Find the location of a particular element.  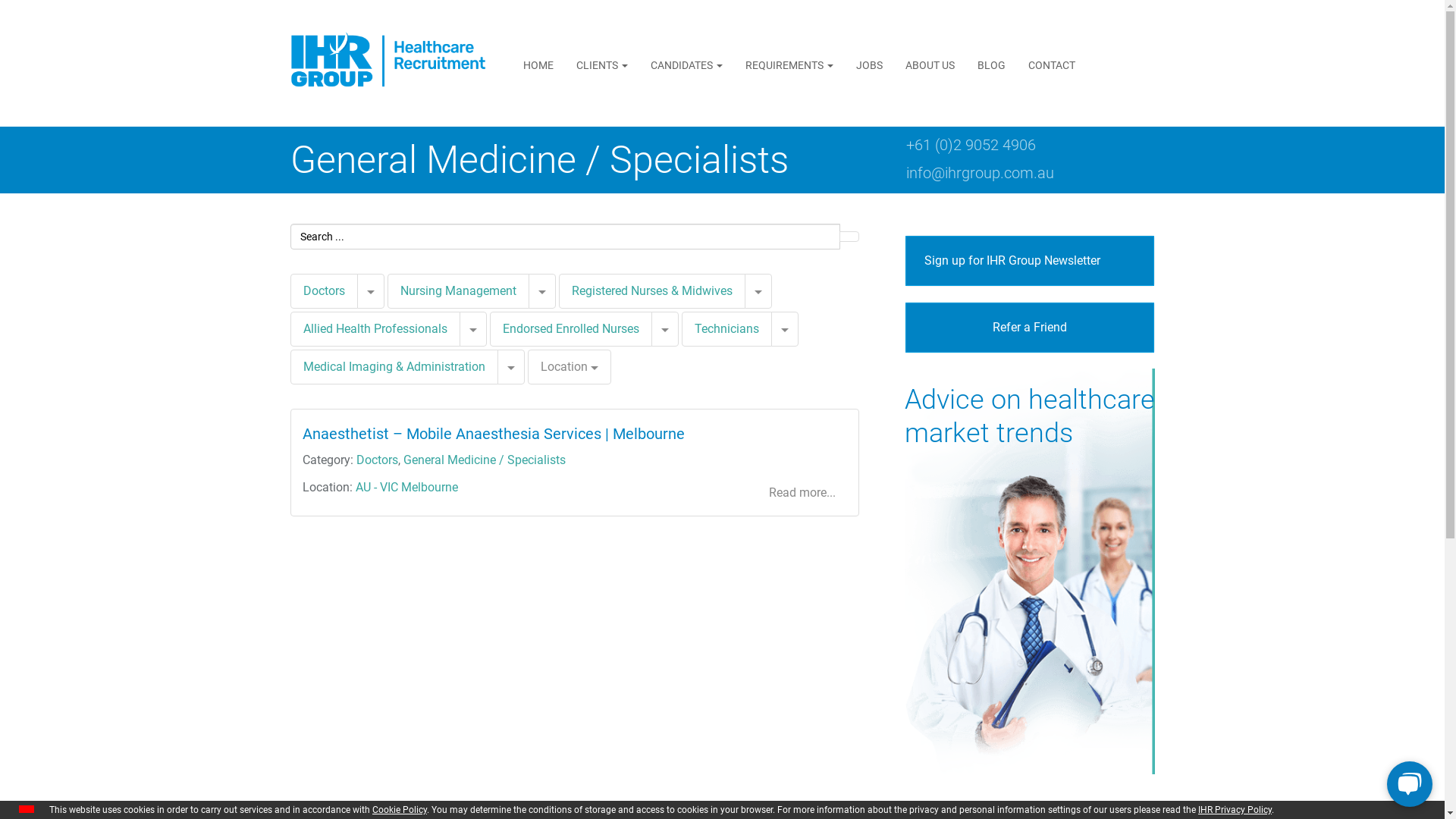

'Cookie Policy' is located at coordinates (400, 809).